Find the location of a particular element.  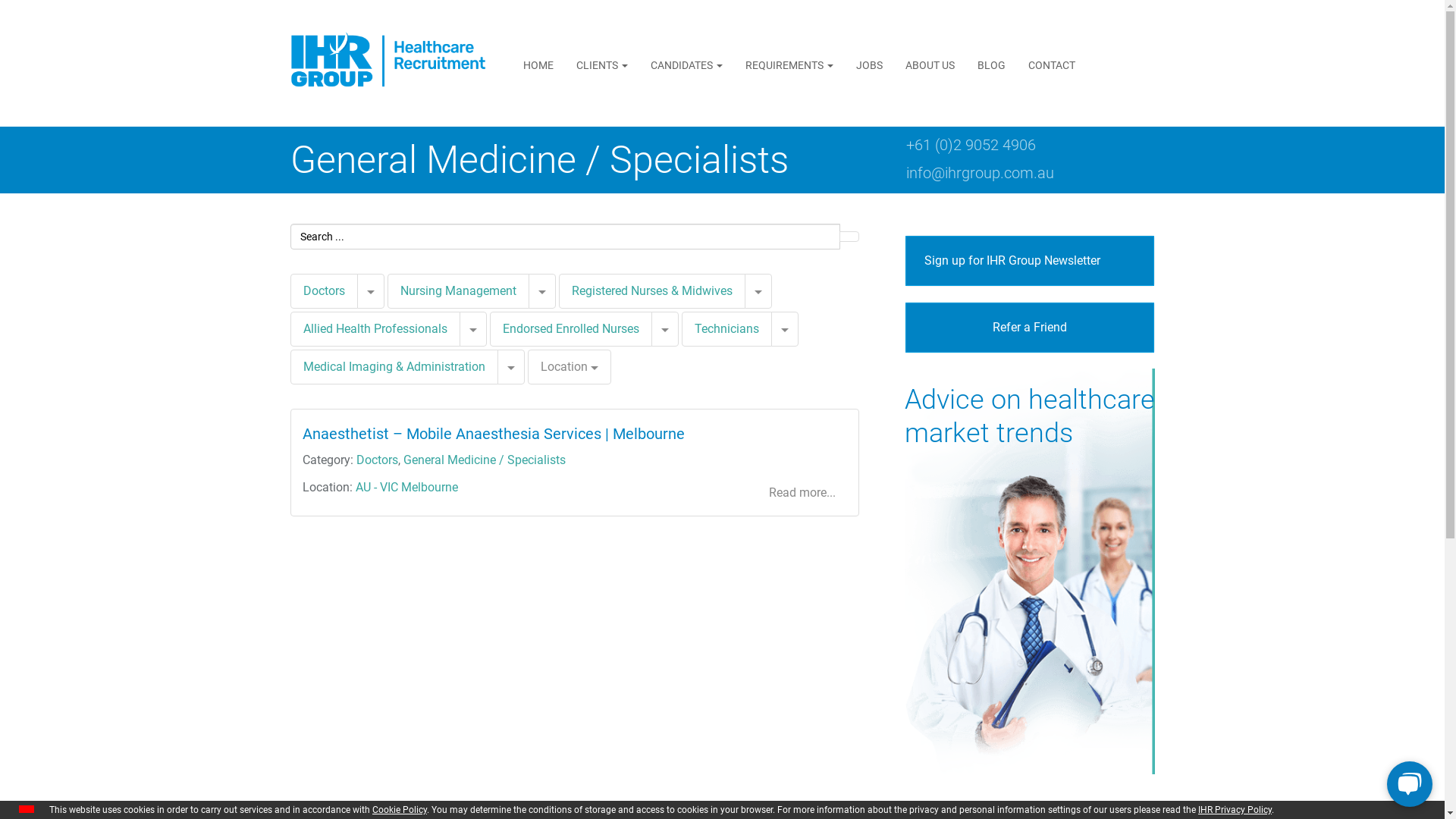

'Cookie Policy' is located at coordinates (400, 809).